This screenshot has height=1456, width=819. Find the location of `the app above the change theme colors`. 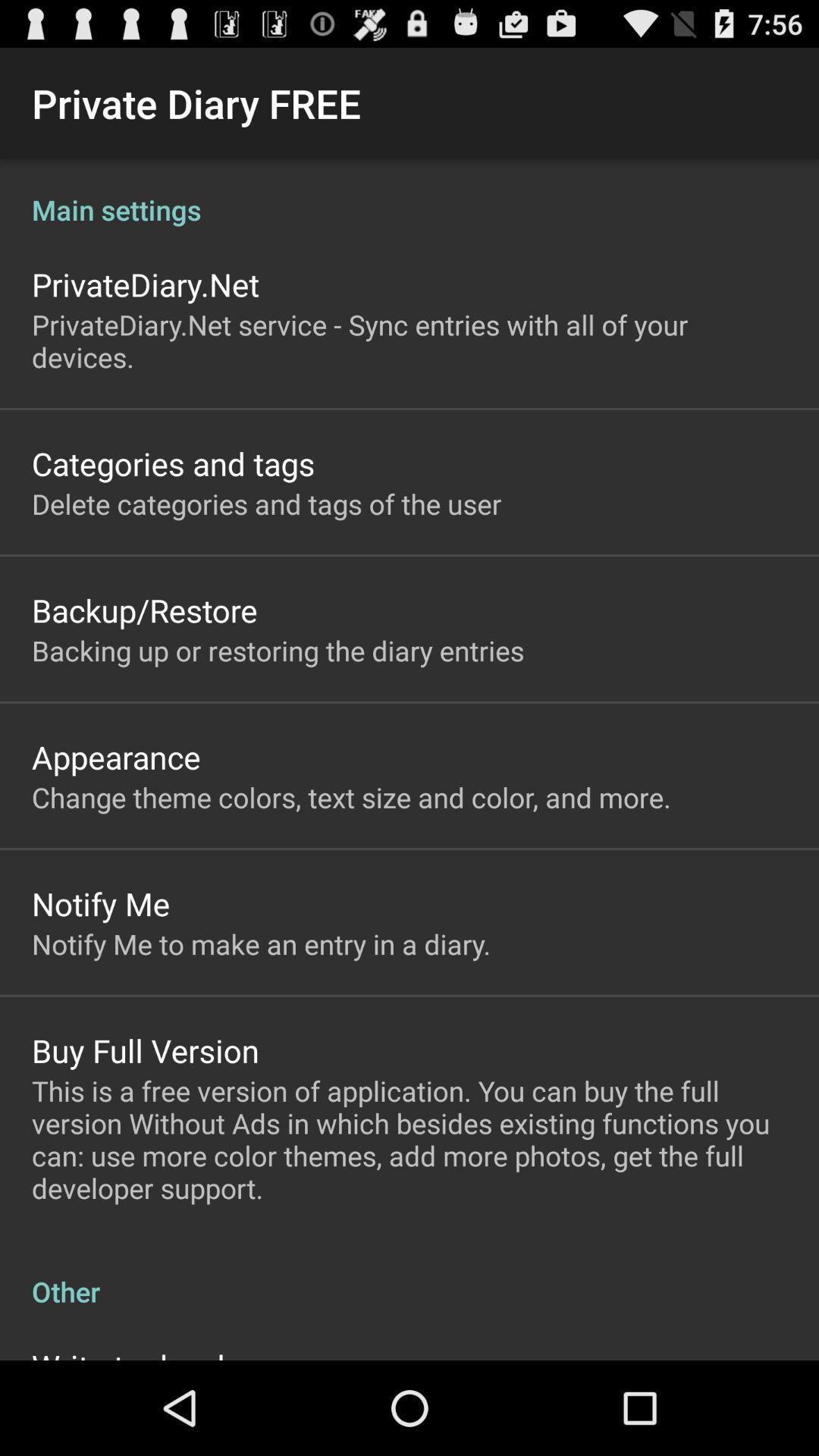

the app above the change theme colors is located at coordinates (115, 757).